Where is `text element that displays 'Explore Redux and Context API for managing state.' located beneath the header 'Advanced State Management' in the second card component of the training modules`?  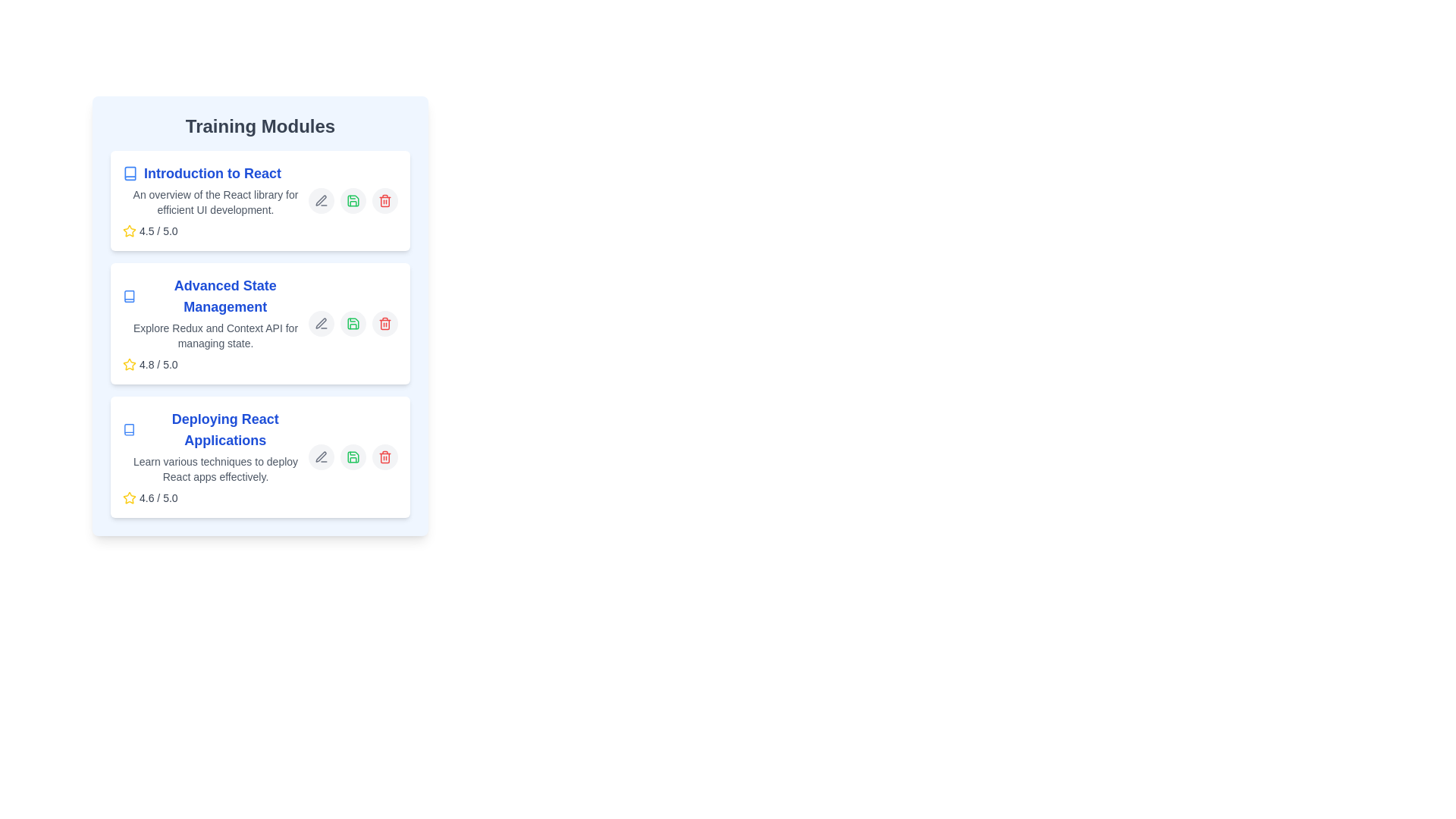
text element that displays 'Explore Redux and Context API for managing state.' located beneath the header 'Advanced State Management' in the second card component of the training modules is located at coordinates (215, 335).